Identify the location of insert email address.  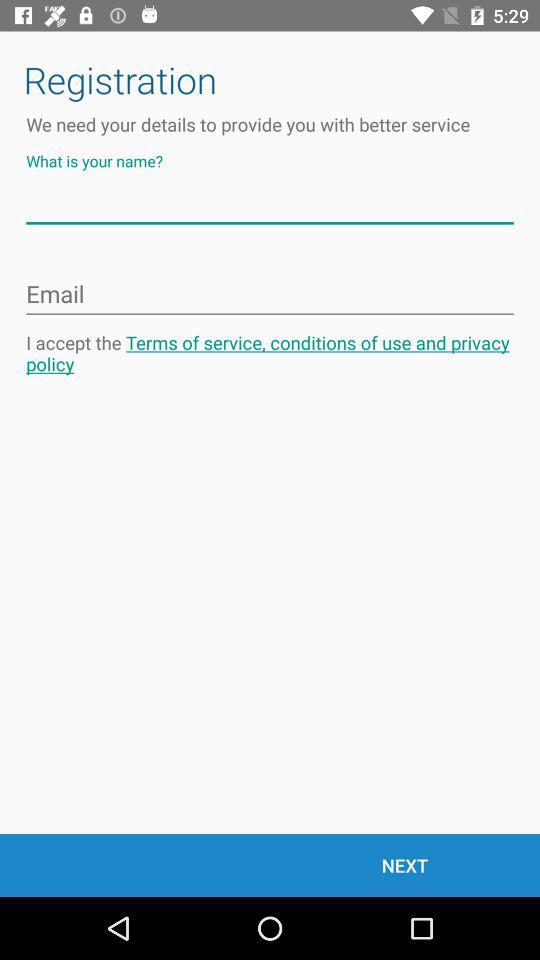
(270, 294).